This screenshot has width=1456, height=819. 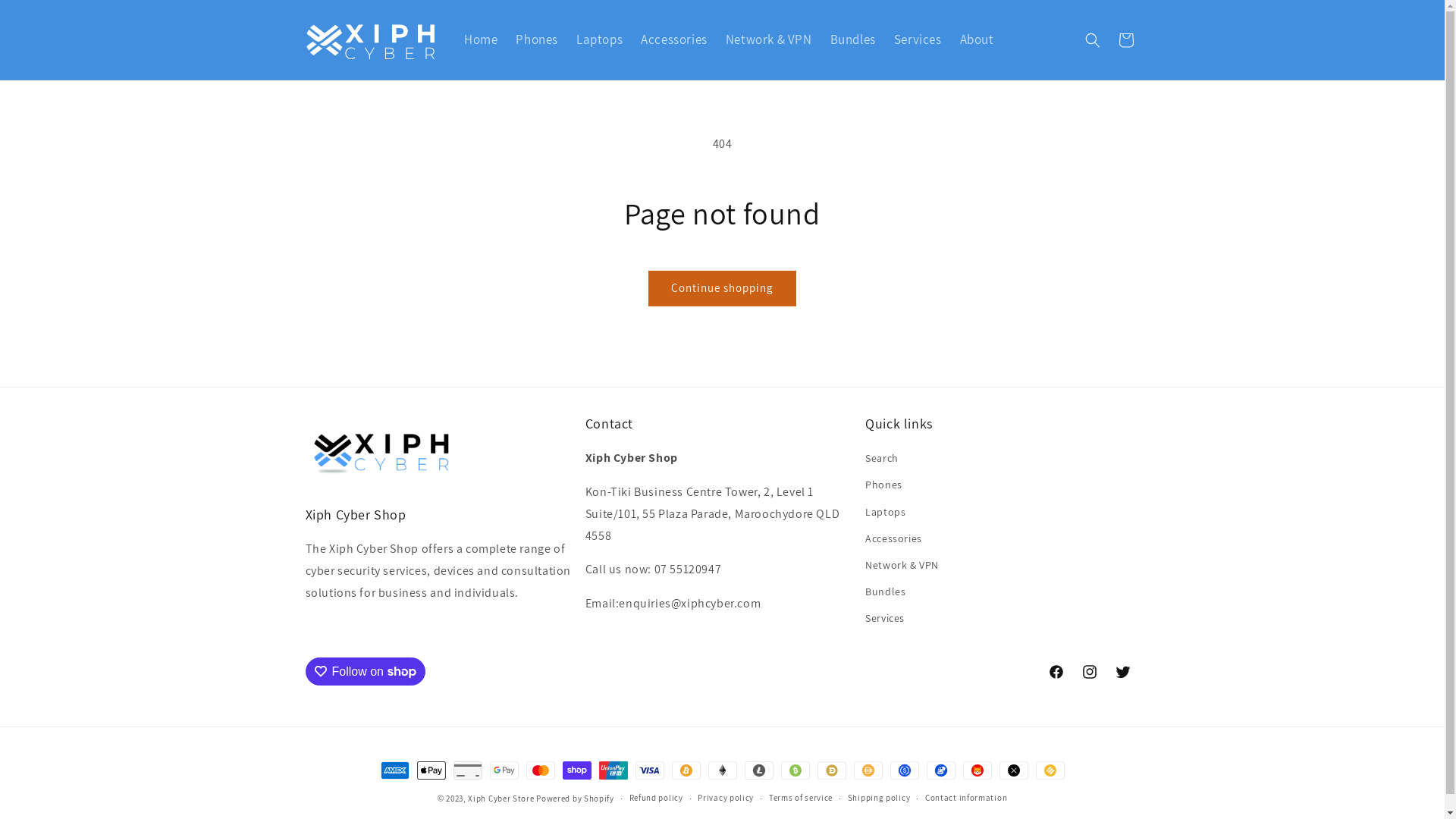 I want to click on 'Phones', so click(x=537, y=38).